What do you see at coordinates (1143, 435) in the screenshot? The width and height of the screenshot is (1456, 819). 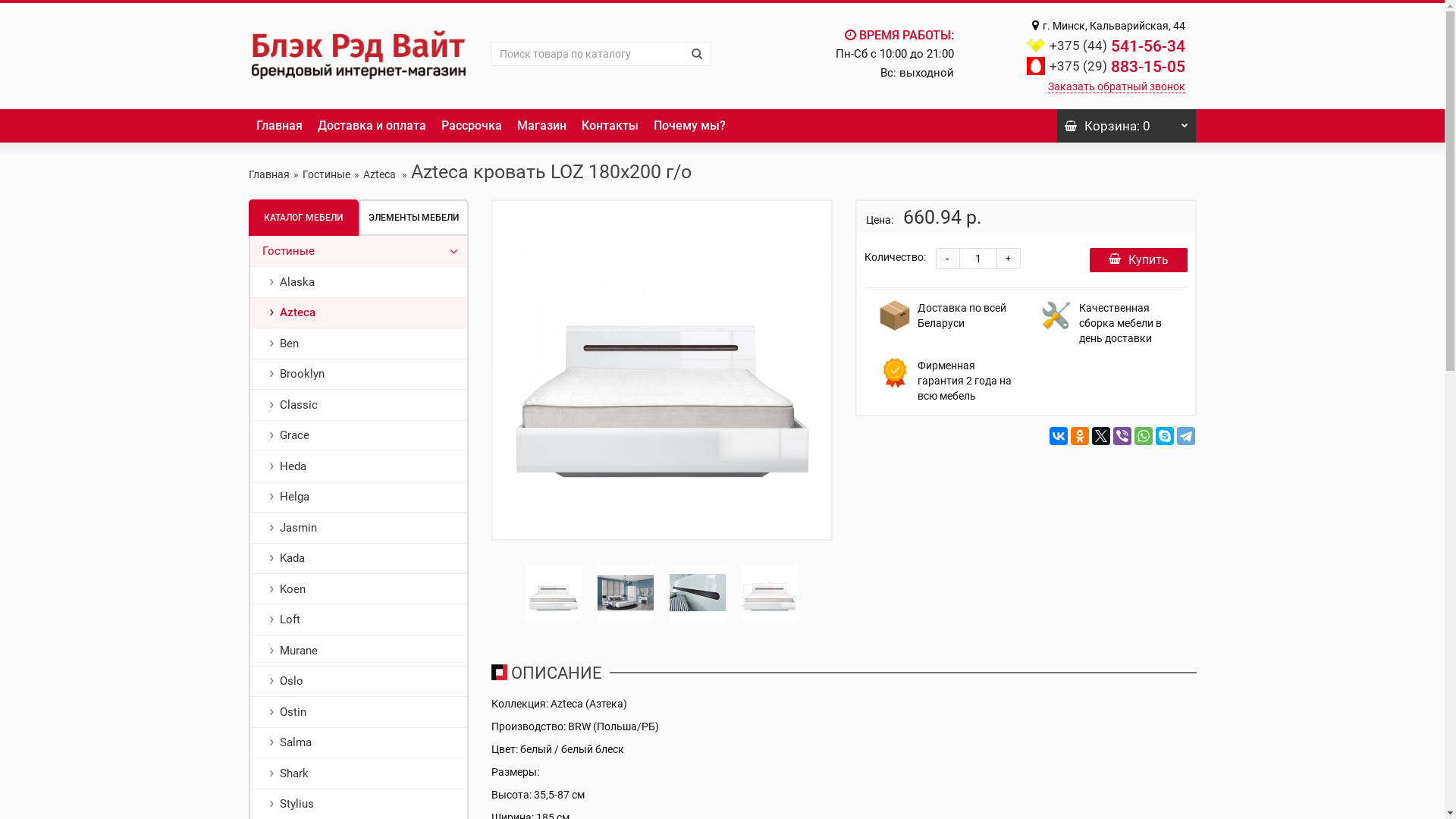 I see `'WhatsApp'` at bounding box center [1143, 435].